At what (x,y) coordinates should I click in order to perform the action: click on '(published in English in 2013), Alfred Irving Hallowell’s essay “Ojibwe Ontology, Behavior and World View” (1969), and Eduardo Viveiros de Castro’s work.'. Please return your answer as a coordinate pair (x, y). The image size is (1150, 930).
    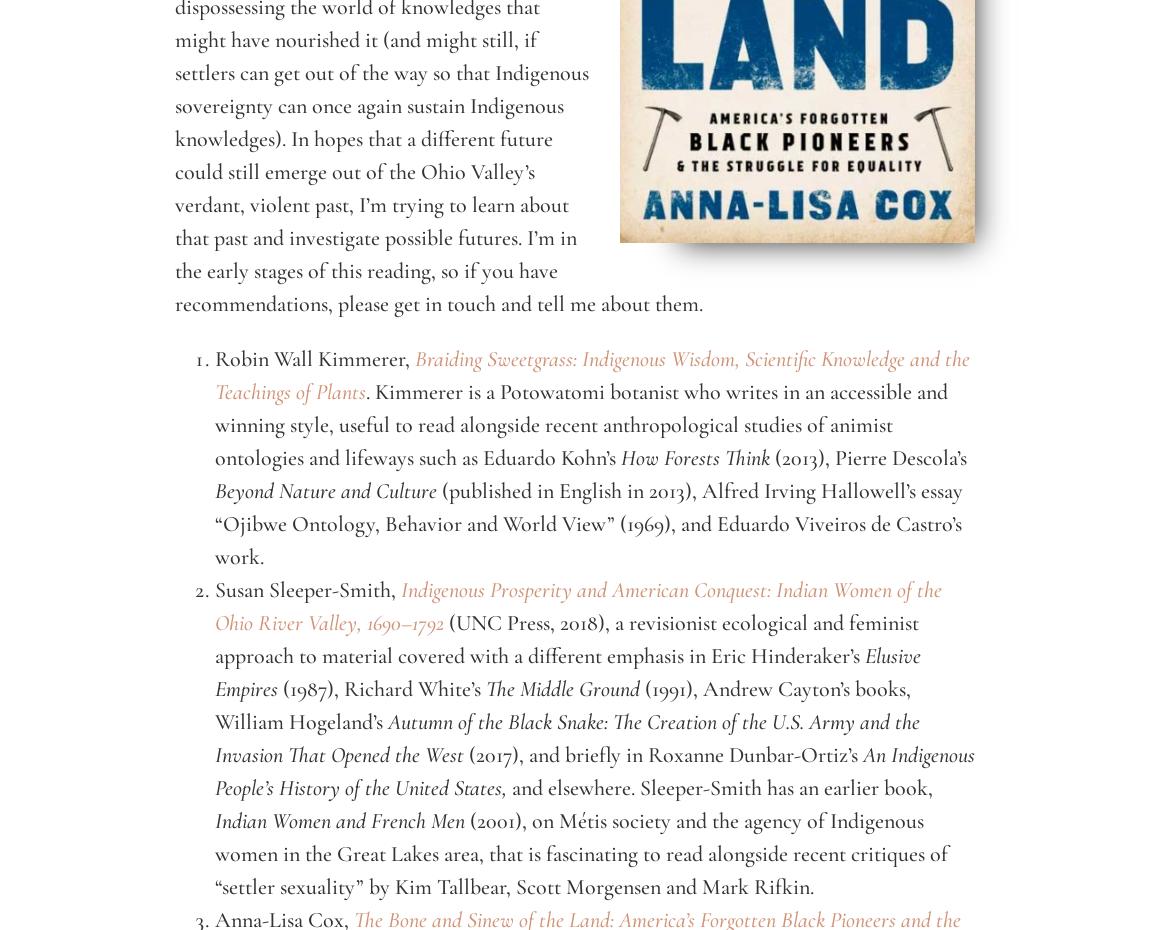
    Looking at the image, I should click on (588, 522).